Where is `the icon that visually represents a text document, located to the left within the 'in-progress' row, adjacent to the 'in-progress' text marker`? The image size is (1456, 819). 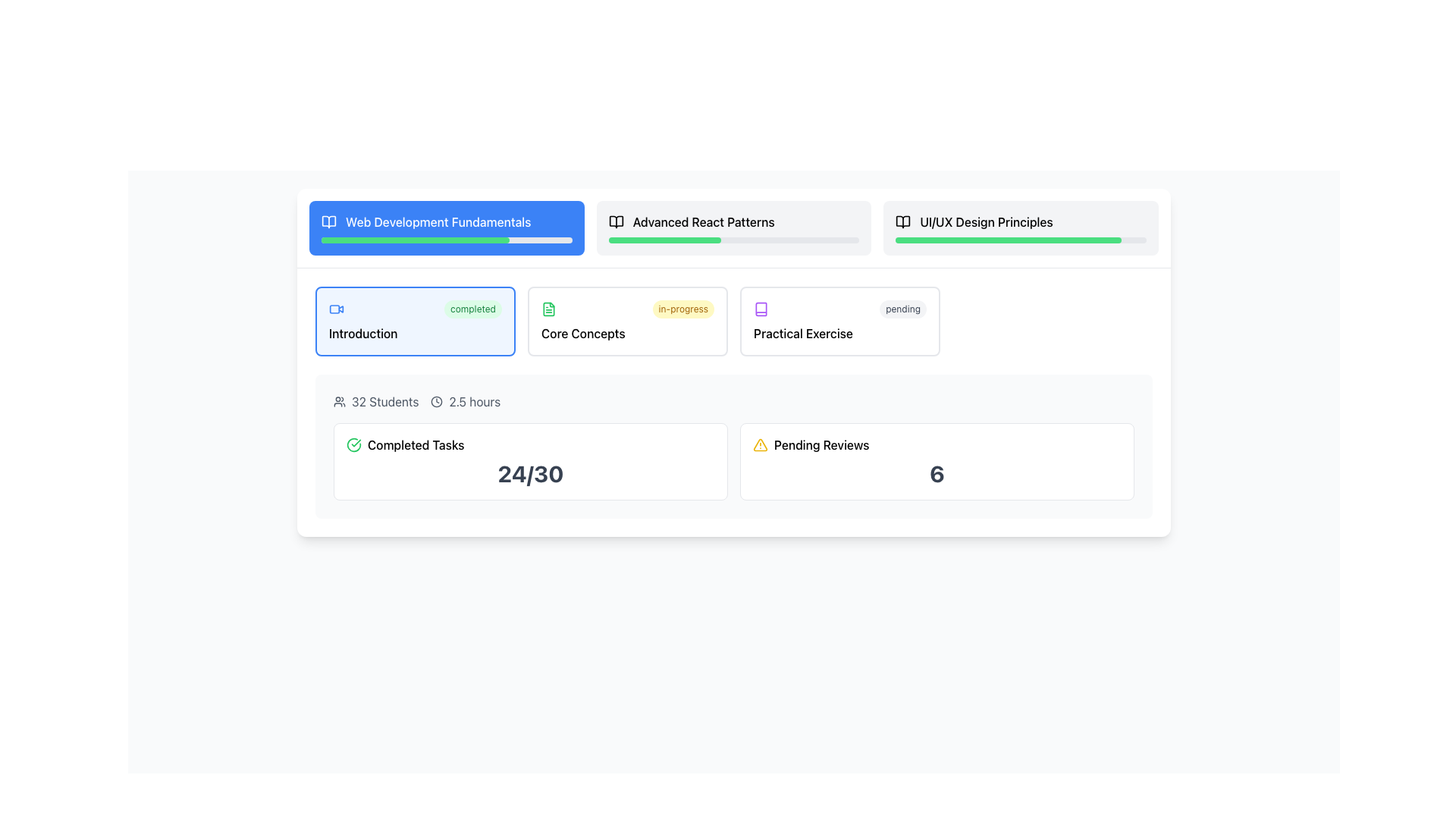 the icon that visually represents a text document, located to the left within the 'in-progress' row, adjacent to the 'in-progress' text marker is located at coordinates (548, 309).